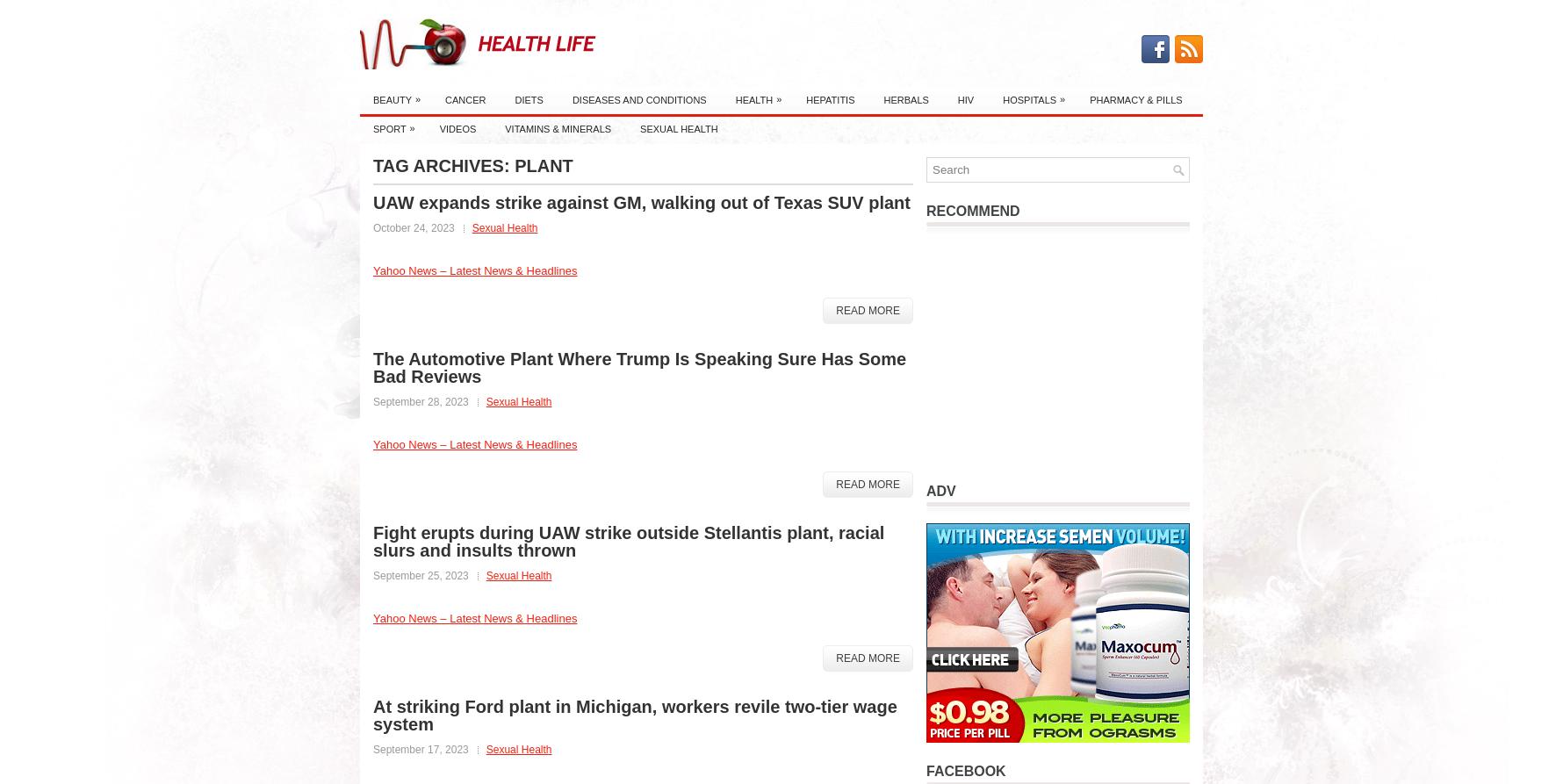  I want to click on 'October 24, 2023', so click(372, 227).